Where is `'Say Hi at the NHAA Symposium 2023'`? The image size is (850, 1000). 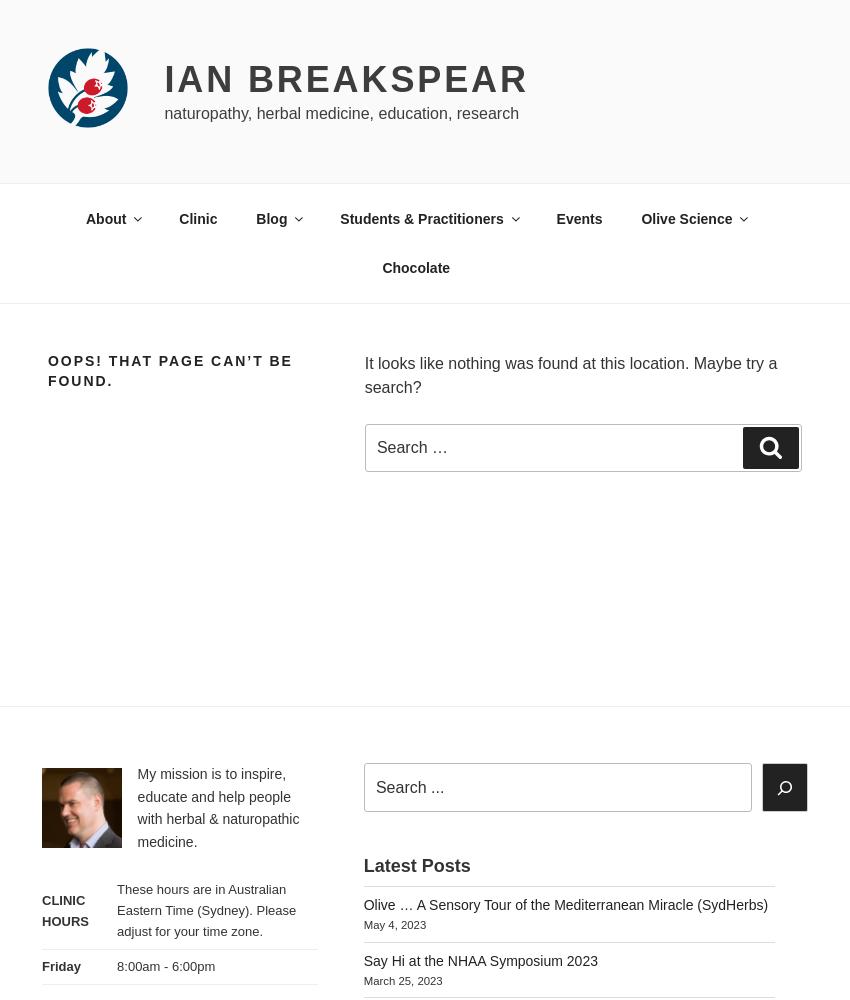 'Say Hi at the NHAA Symposium 2023' is located at coordinates (479, 959).